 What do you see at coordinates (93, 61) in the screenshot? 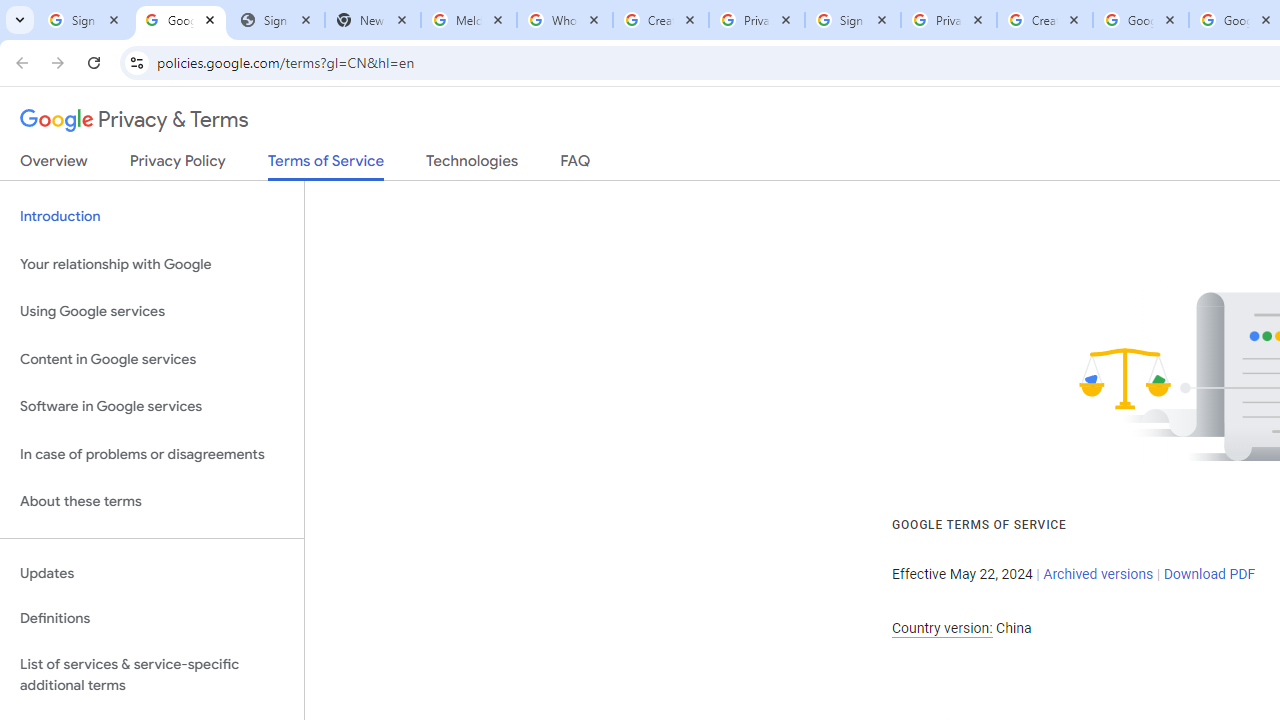
I see `'Reload'` at bounding box center [93, 61].